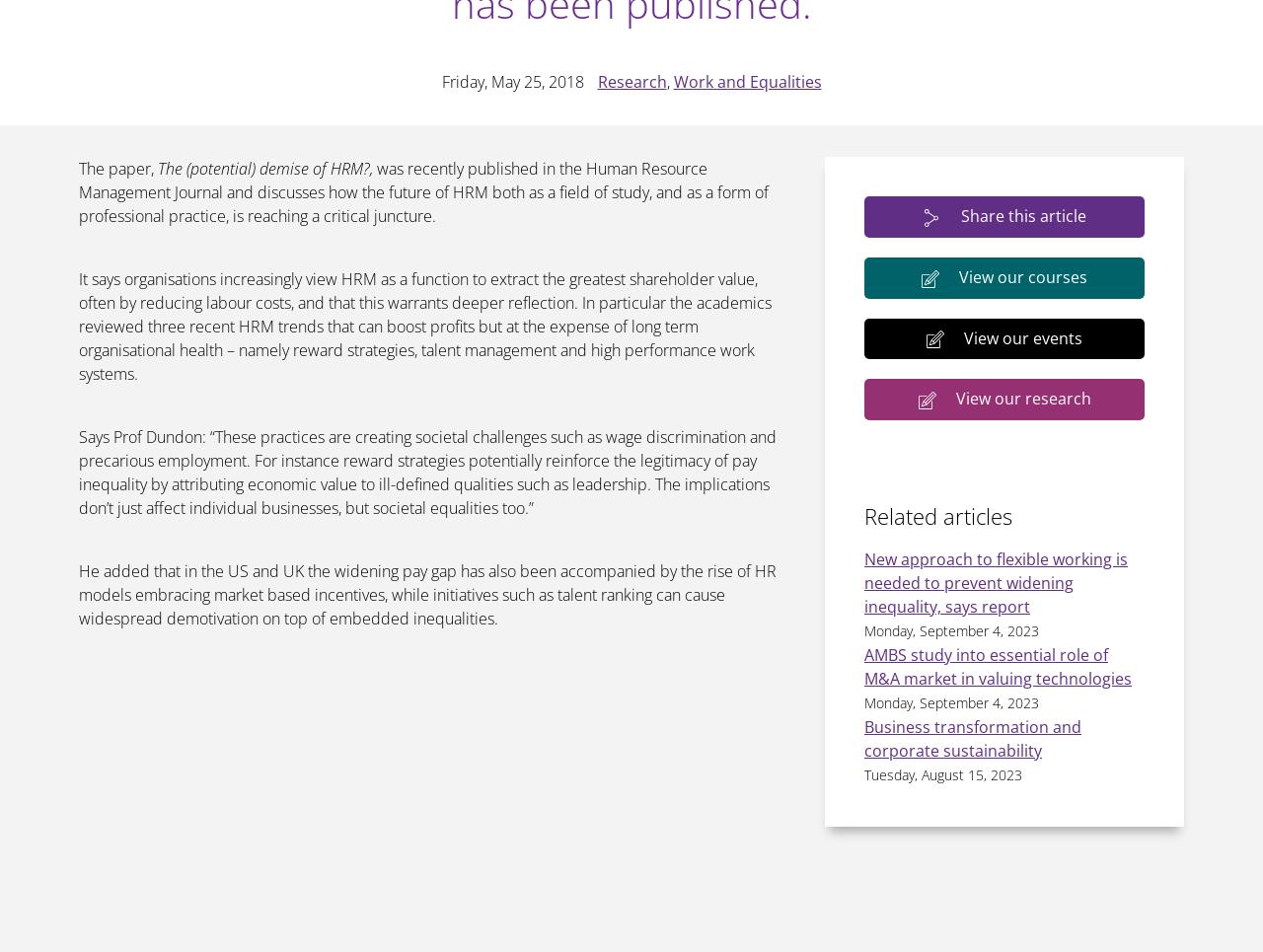 This screenshot has width=1263, height=952. I want to click on 'Work and Equalities', so click(745, 80).